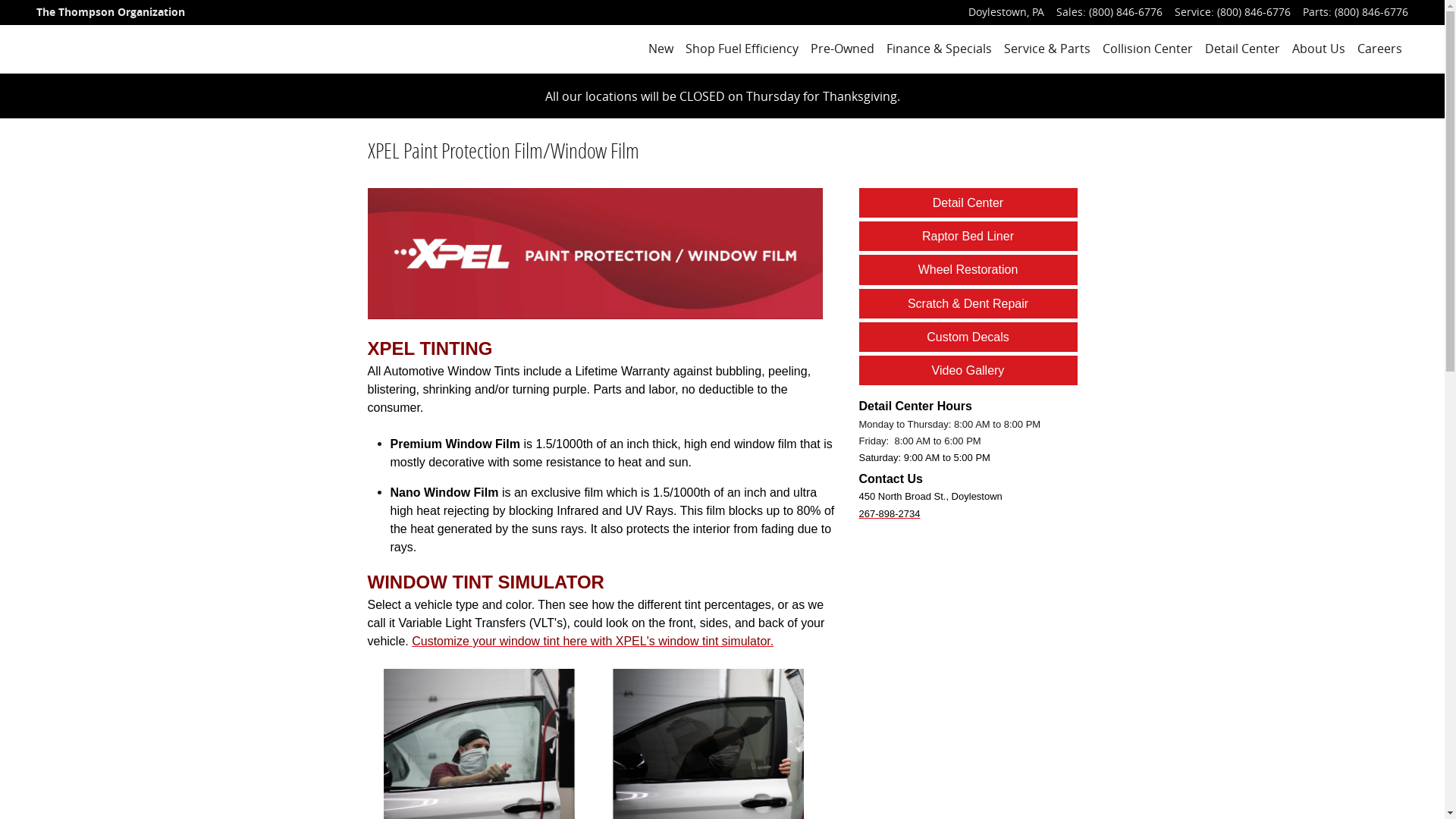  What do you see at coordinates (1317, 49) in the screenshot?
I see `'About Us'` at bounding box center [1317, 49].